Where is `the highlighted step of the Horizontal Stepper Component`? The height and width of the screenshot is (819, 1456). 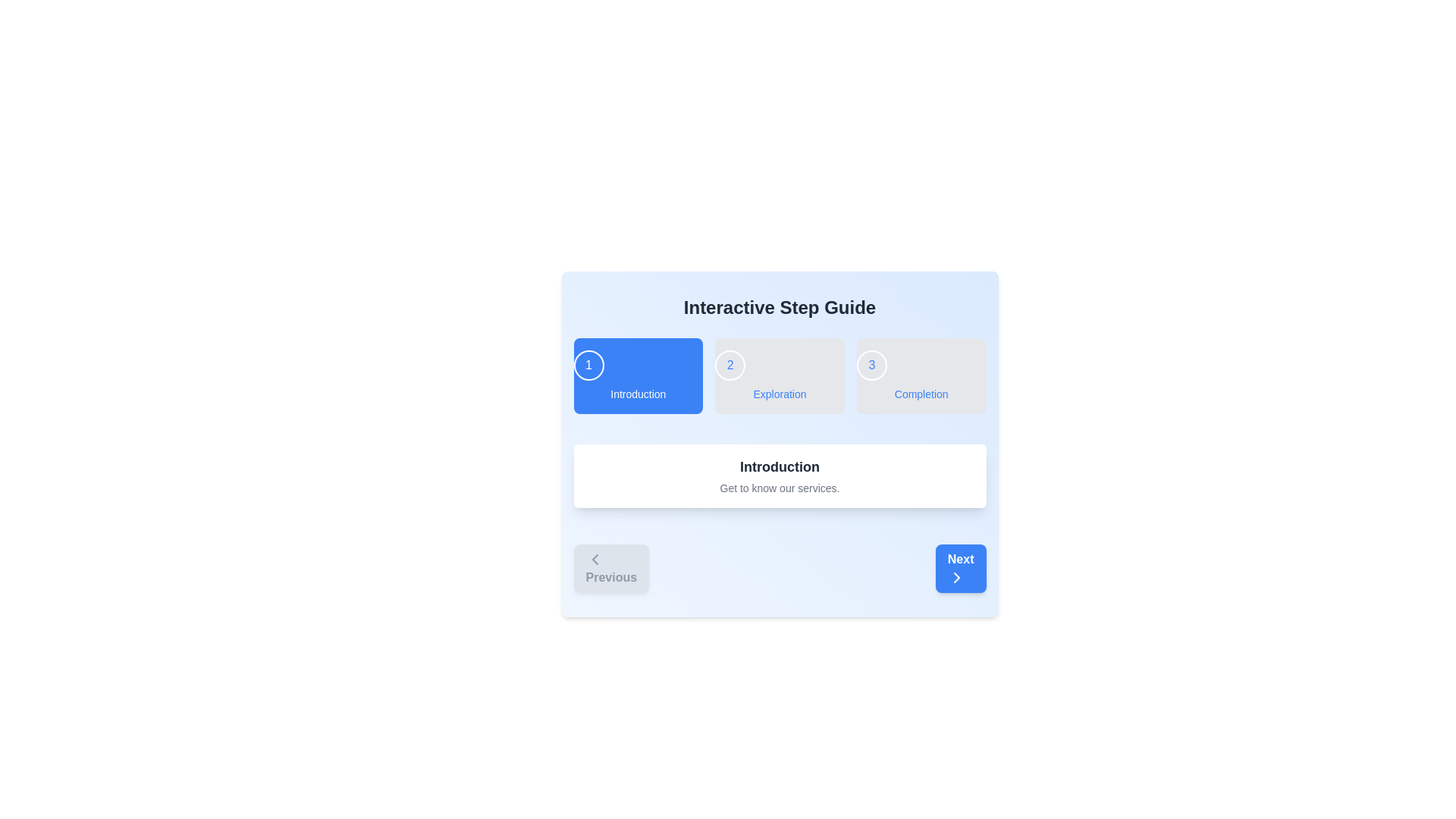 the highlighted step of the Horizontal Stepper Component is located at coordinates (780, 375).